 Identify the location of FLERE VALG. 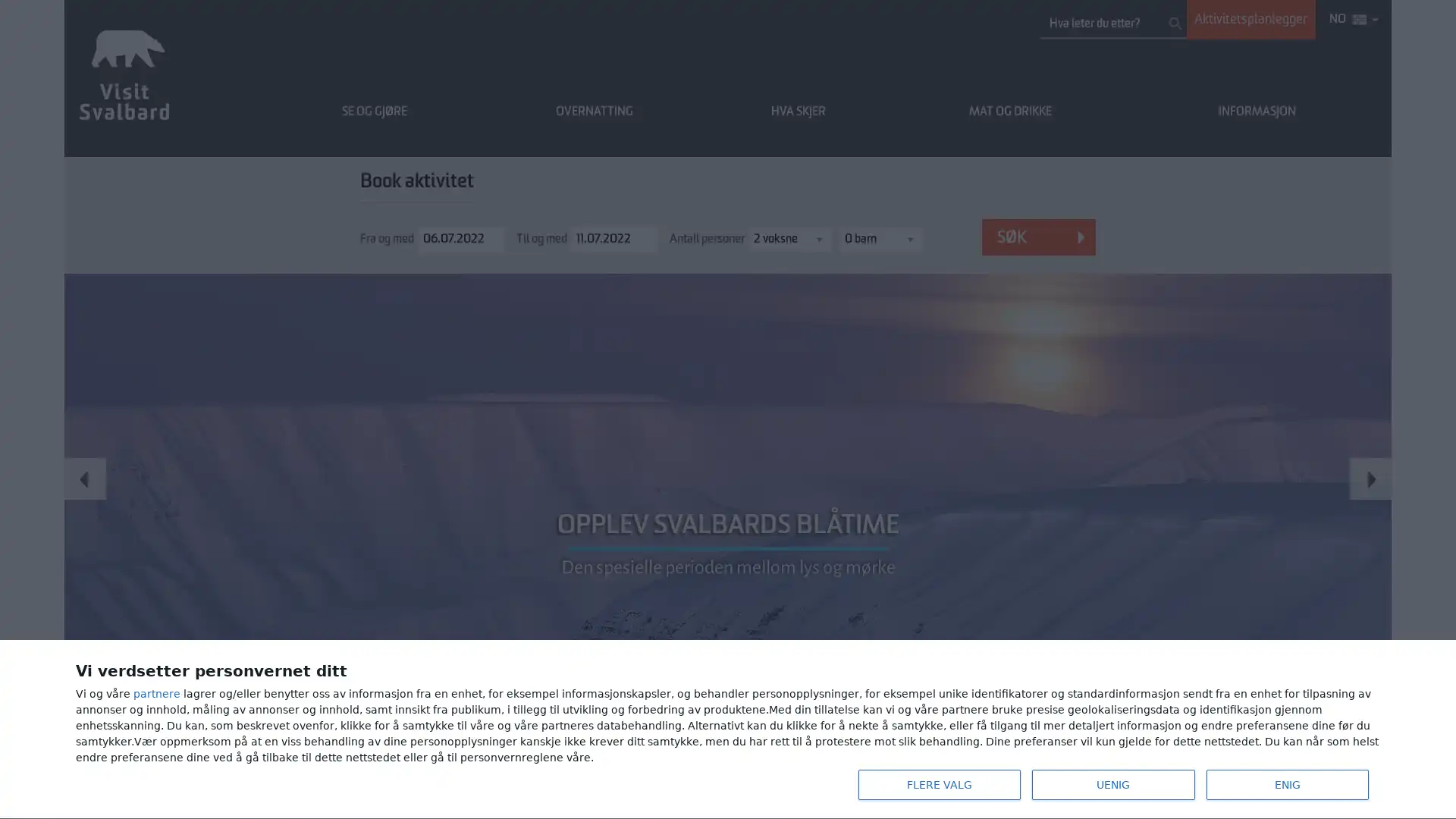
(938, 784).